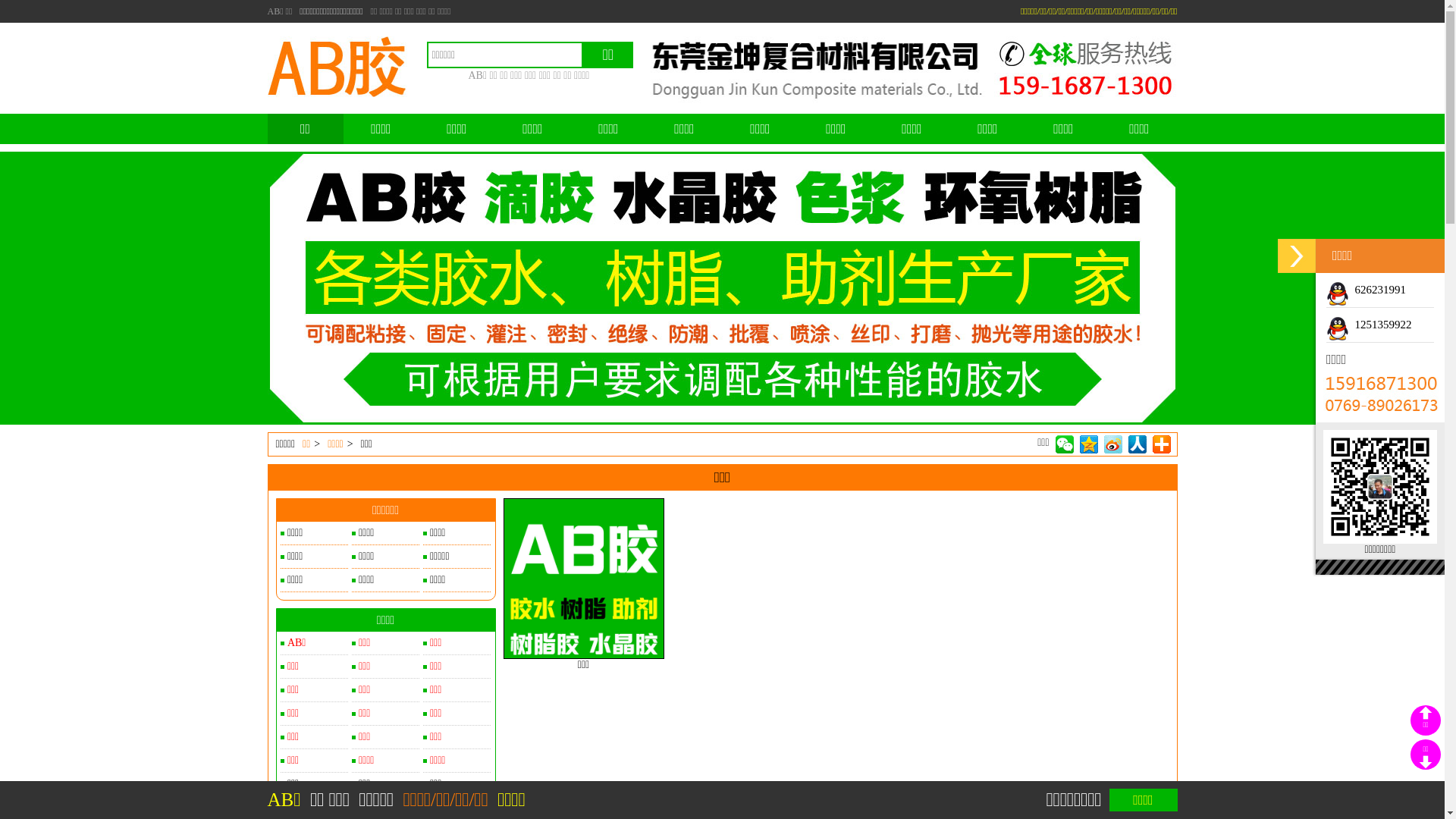  I want to click on '  1251359922', so click(1325, 324).